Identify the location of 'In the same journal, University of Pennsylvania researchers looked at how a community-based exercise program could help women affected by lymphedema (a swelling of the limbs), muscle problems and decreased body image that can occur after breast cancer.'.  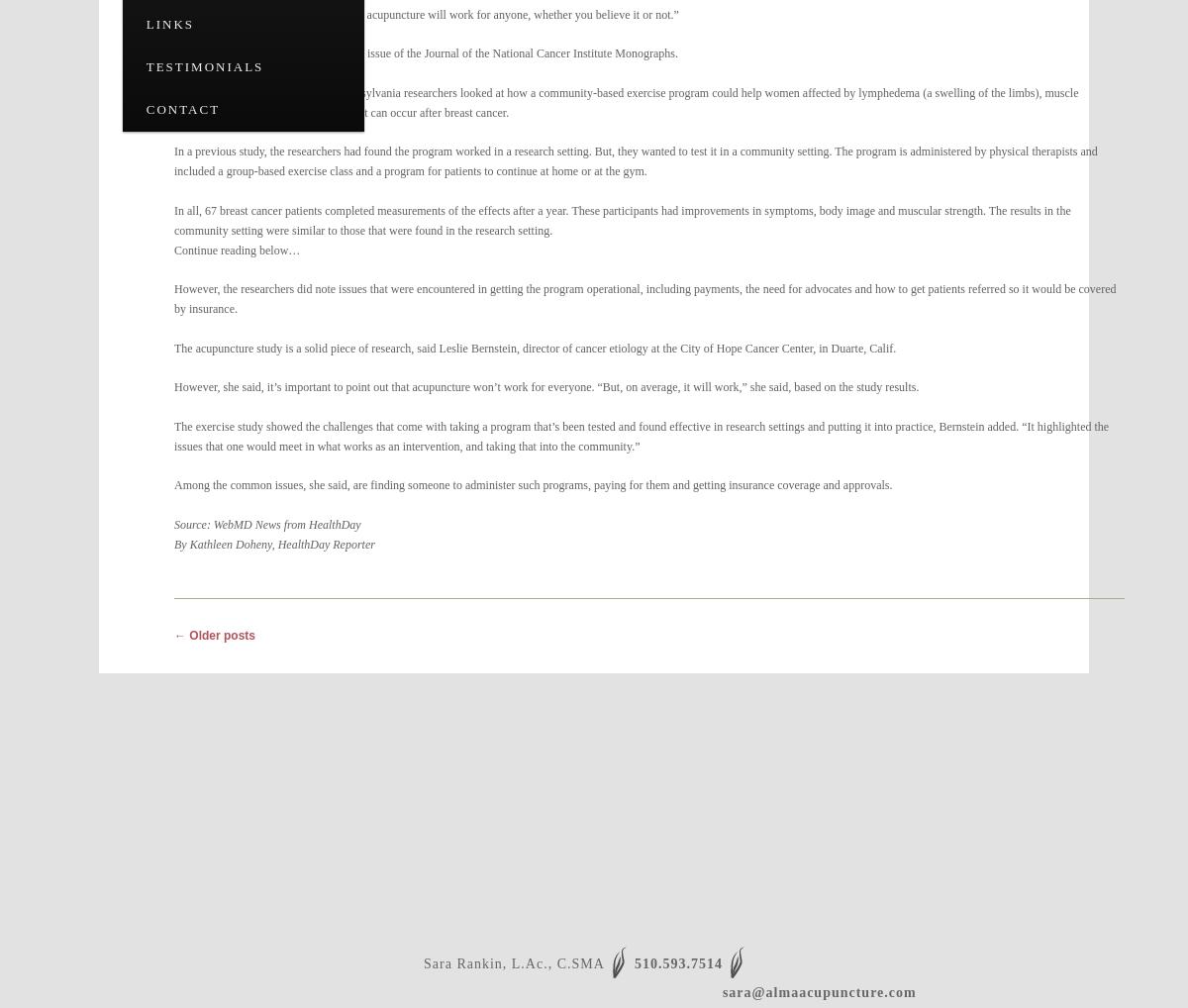
(173, 101).